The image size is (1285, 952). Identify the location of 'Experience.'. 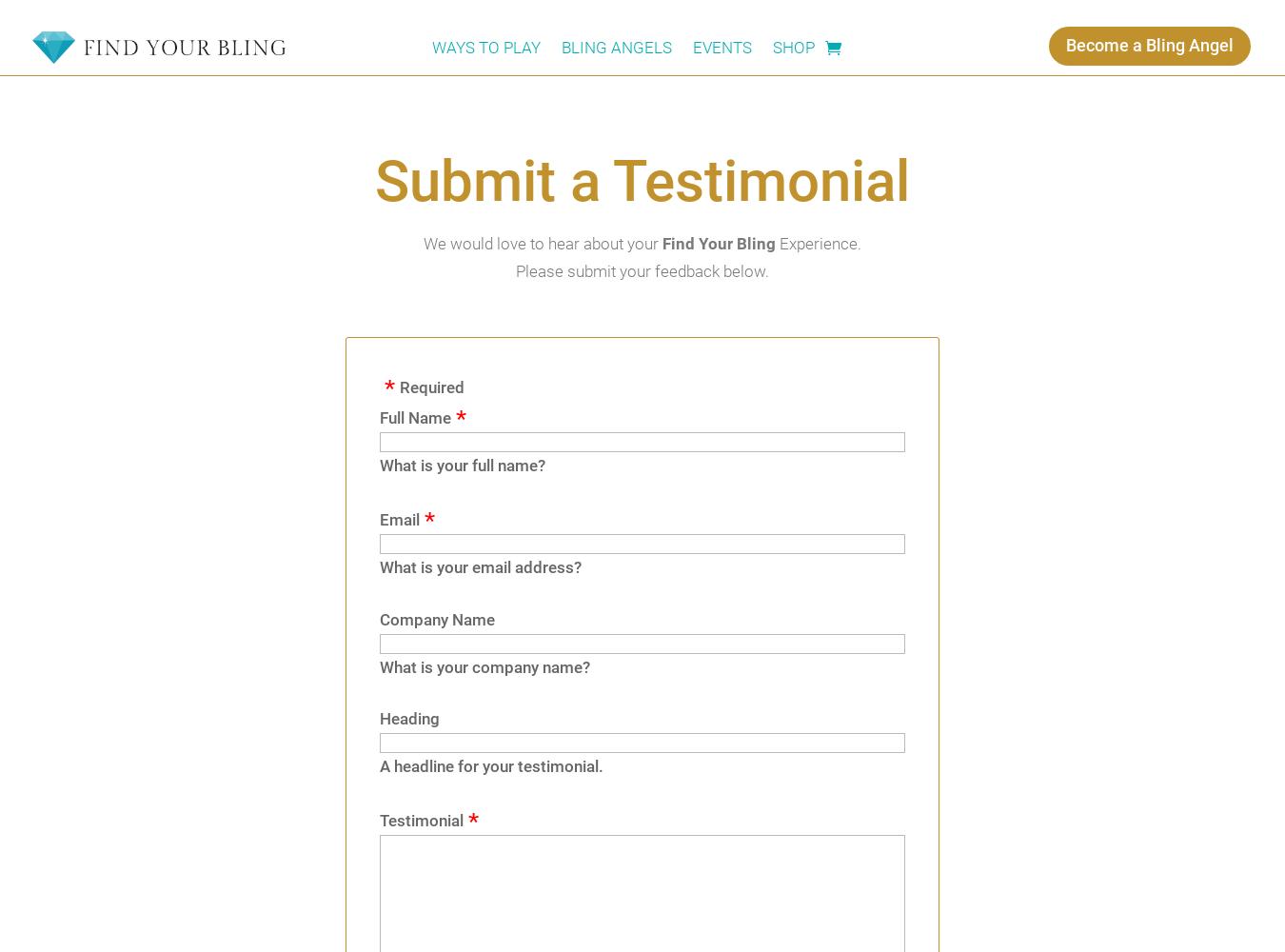
(818, 244).